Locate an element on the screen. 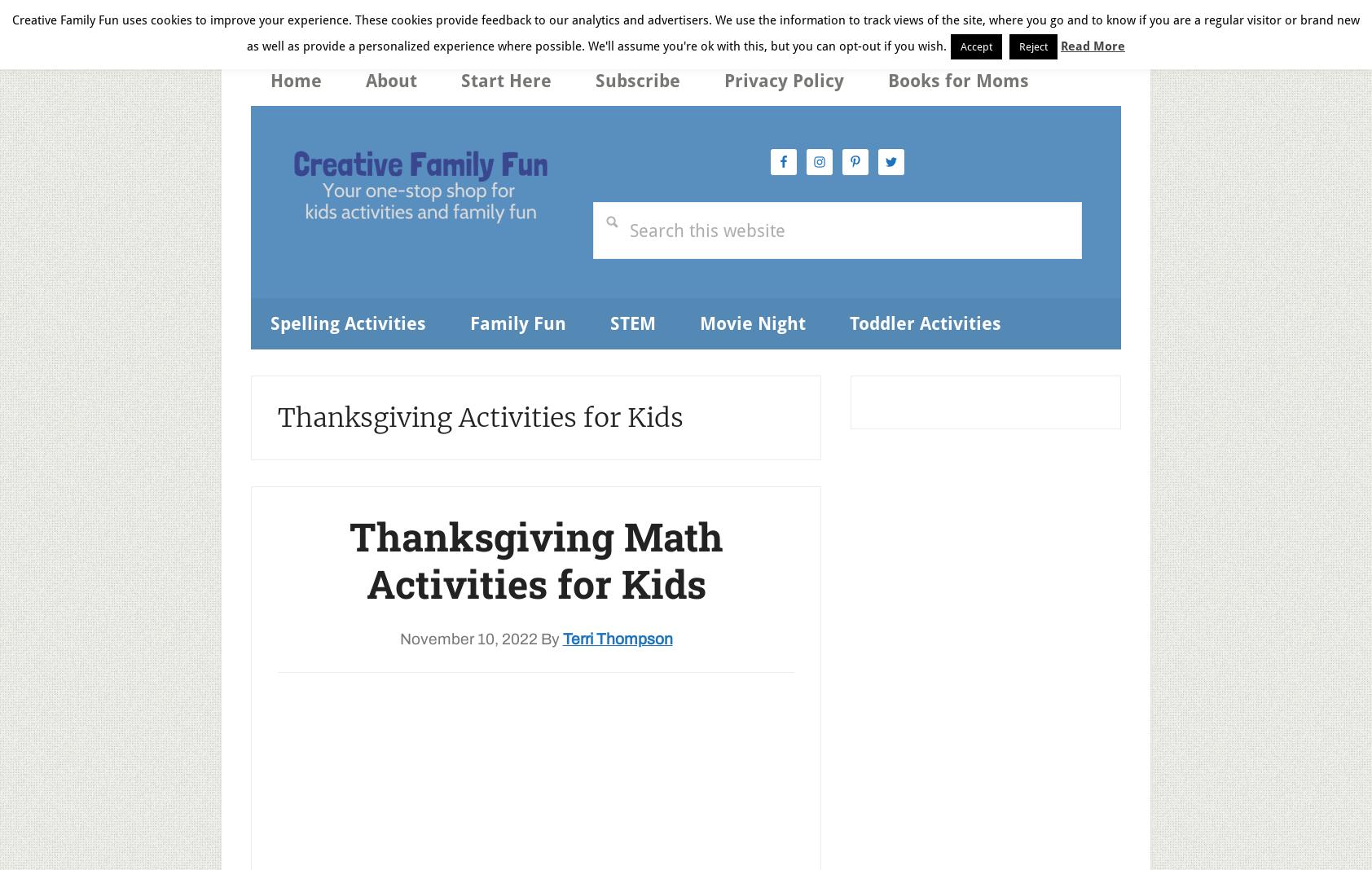 This screenshot has height=870, width=1372. 'Movie Night' is located at coordinates (752, 322).